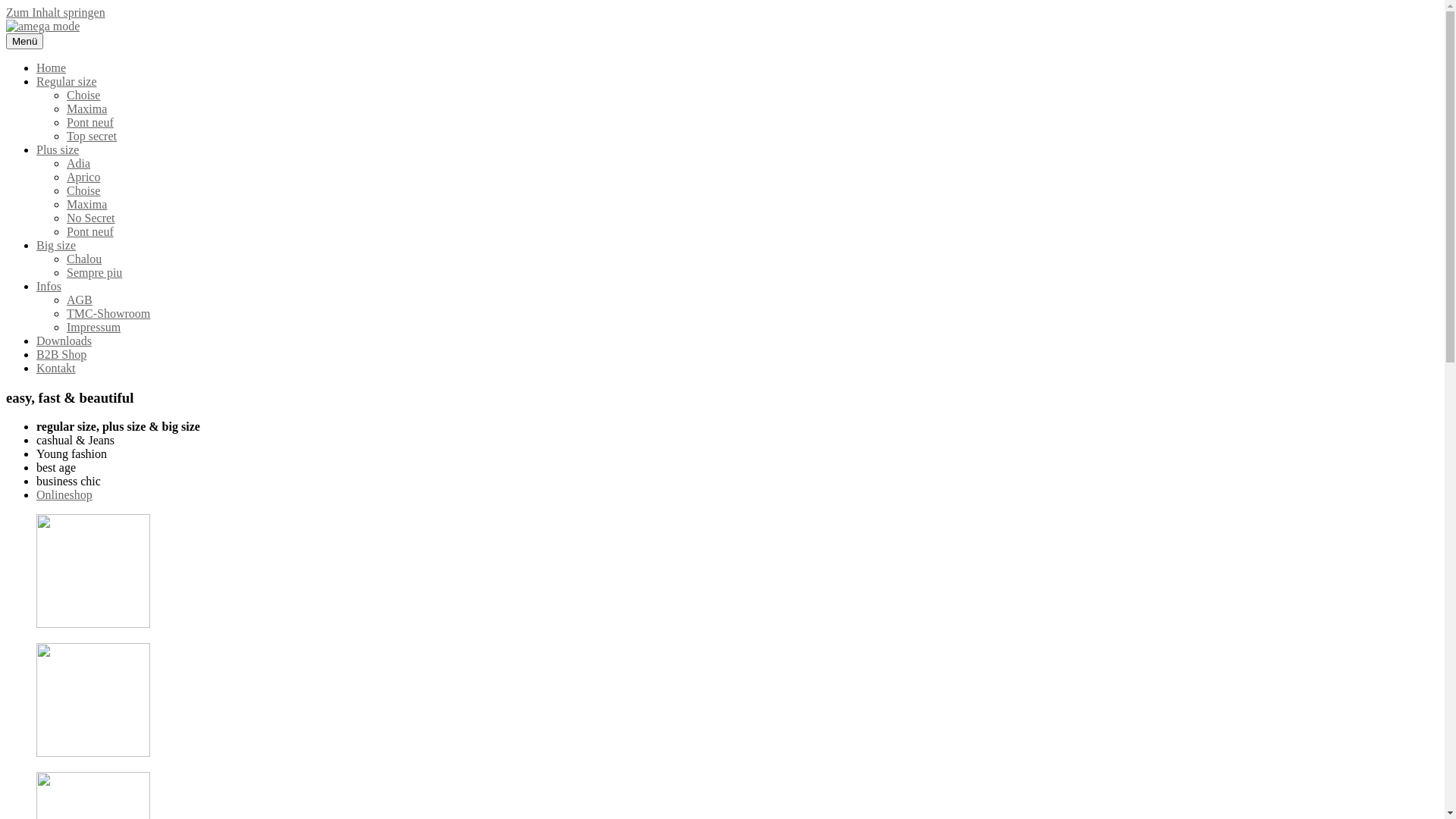 The height and width of the screenshot is (819, 1456). What do you see at coordinates (36, 286) in the screenshot?
I see `'Infos'` at bounding box center [36, 286].